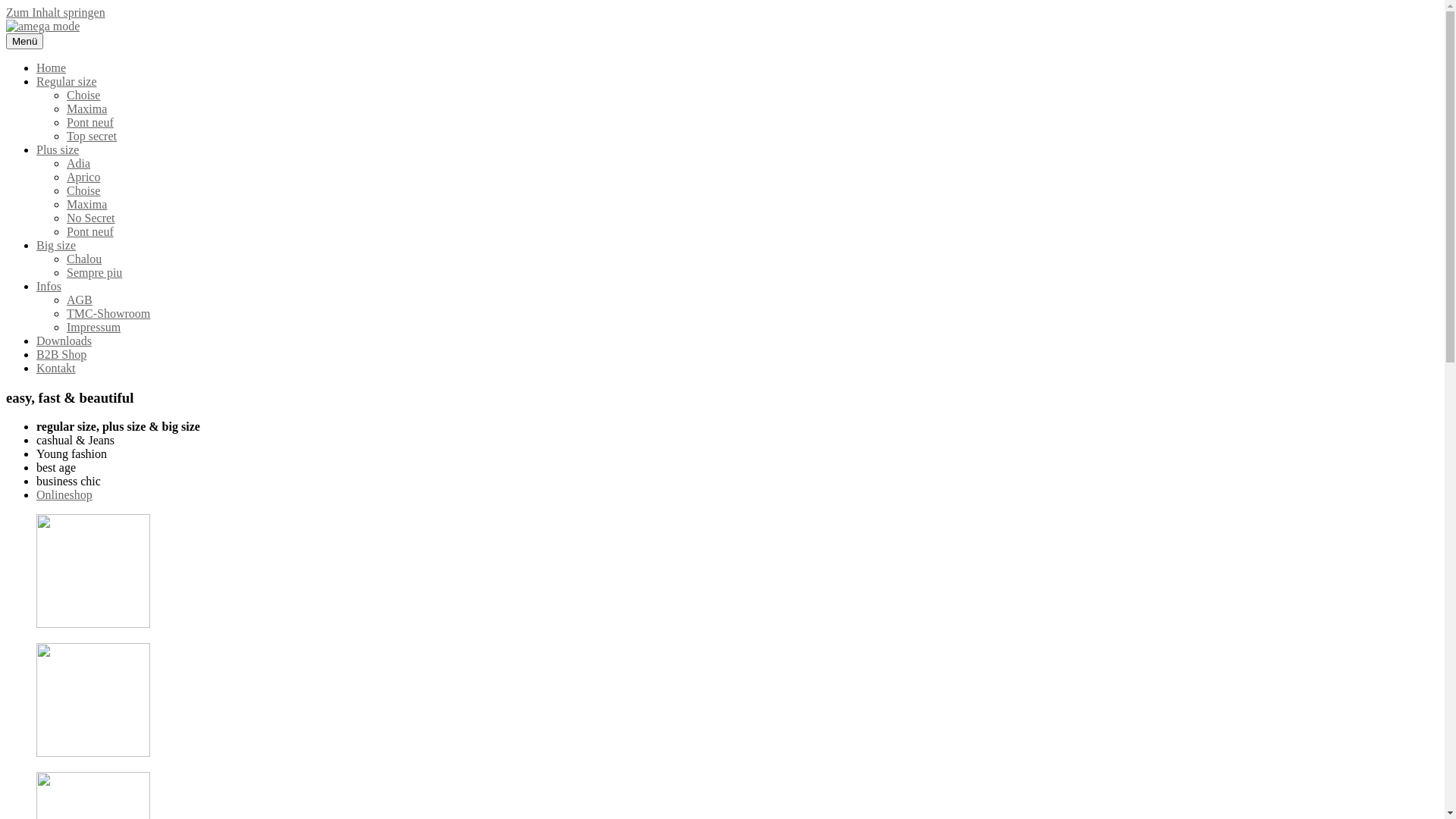 The height and width of the screenshot is (819, 1456). What do you see at coordinates (36, 286) in the screenshot?
I see `'Infos'` at bounding box center [36, 286].